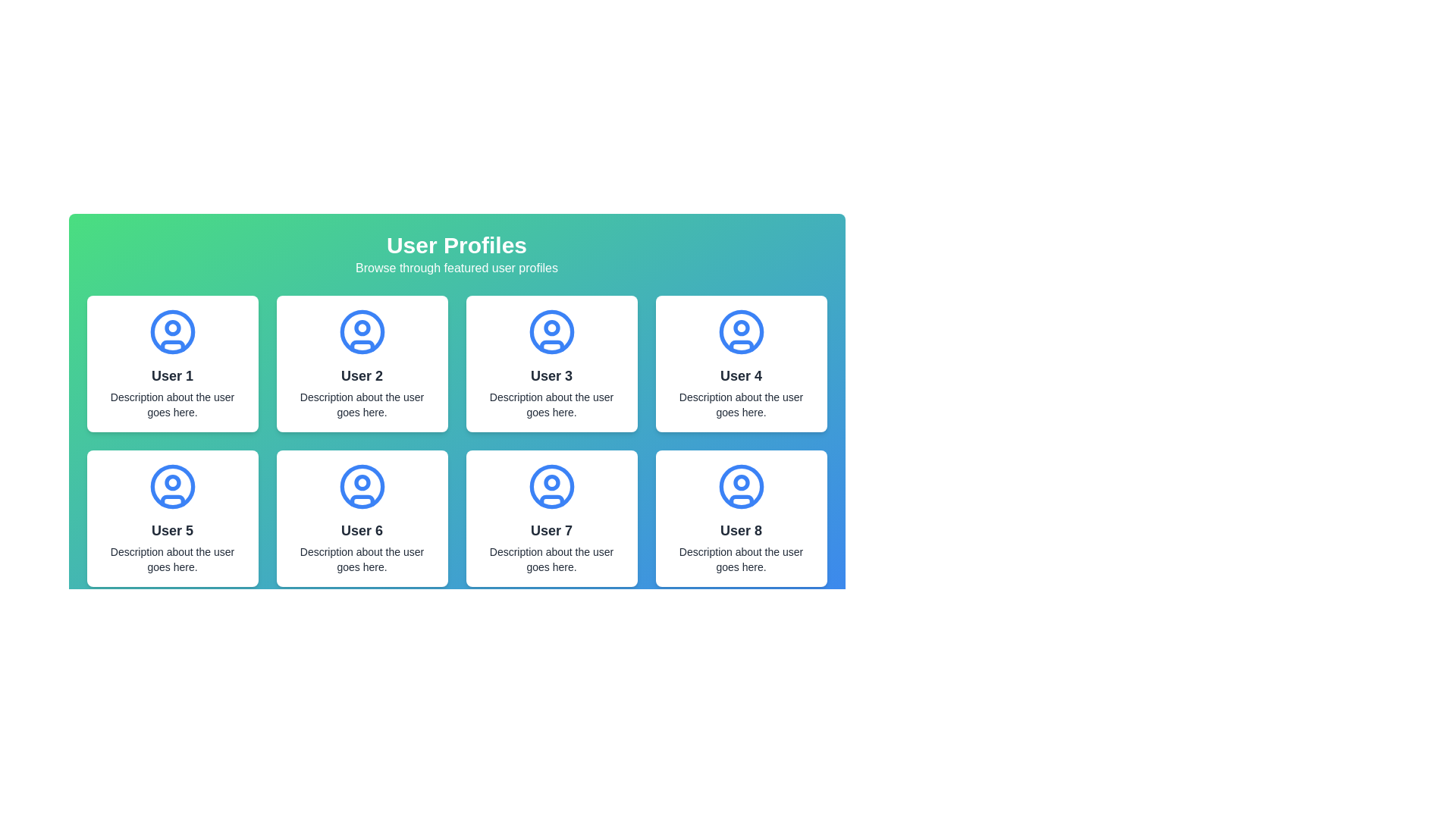  I want to click on the text label that contains the description 'Description about the user goes here.' located in the user profile card for 'User 7', situated in the lower section below the username, so click(551, 559).